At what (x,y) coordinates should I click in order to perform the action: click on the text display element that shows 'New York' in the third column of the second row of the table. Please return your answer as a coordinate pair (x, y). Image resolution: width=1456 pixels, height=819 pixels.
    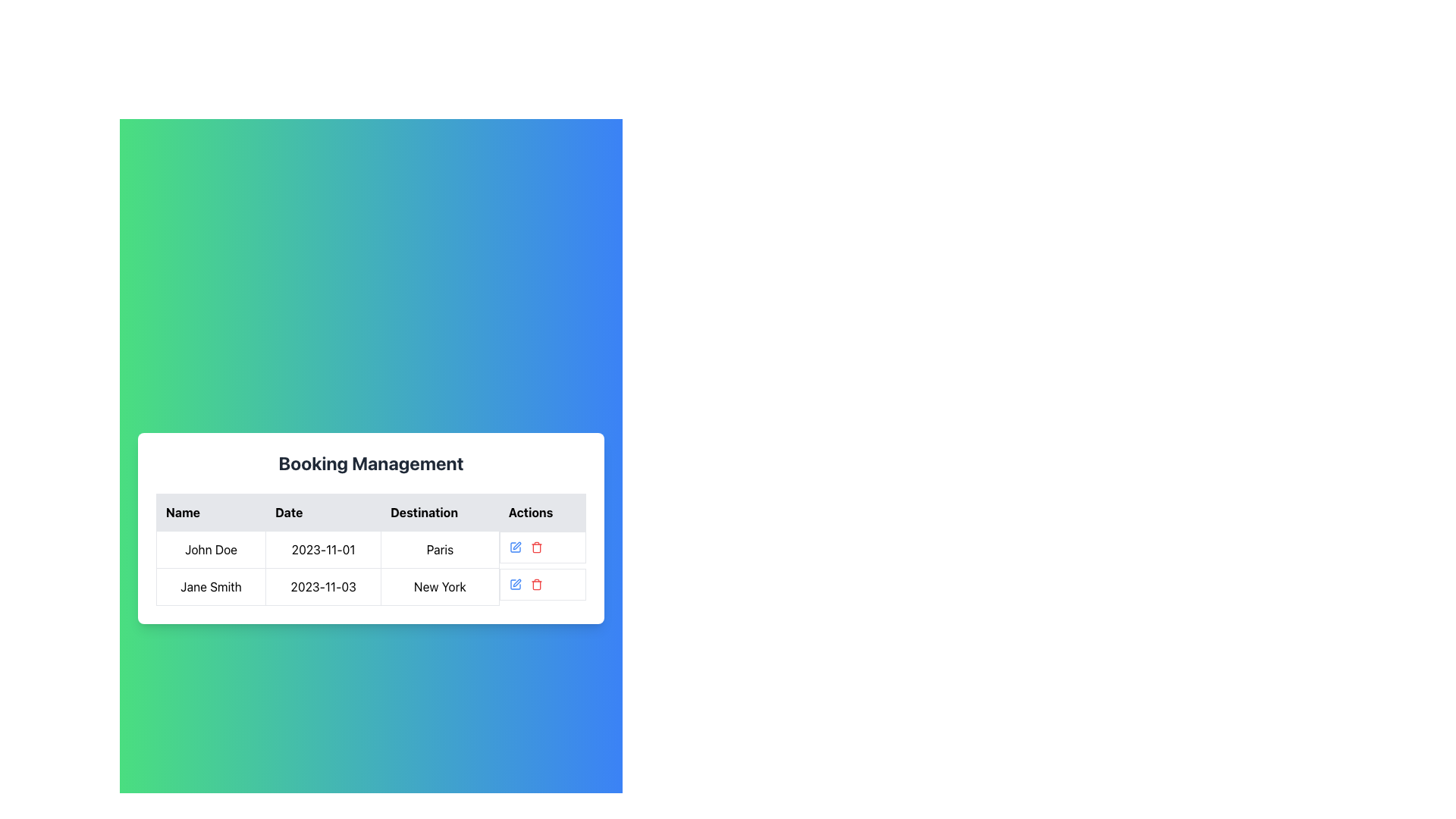
    Looking at the image, I should click on (439, 586).